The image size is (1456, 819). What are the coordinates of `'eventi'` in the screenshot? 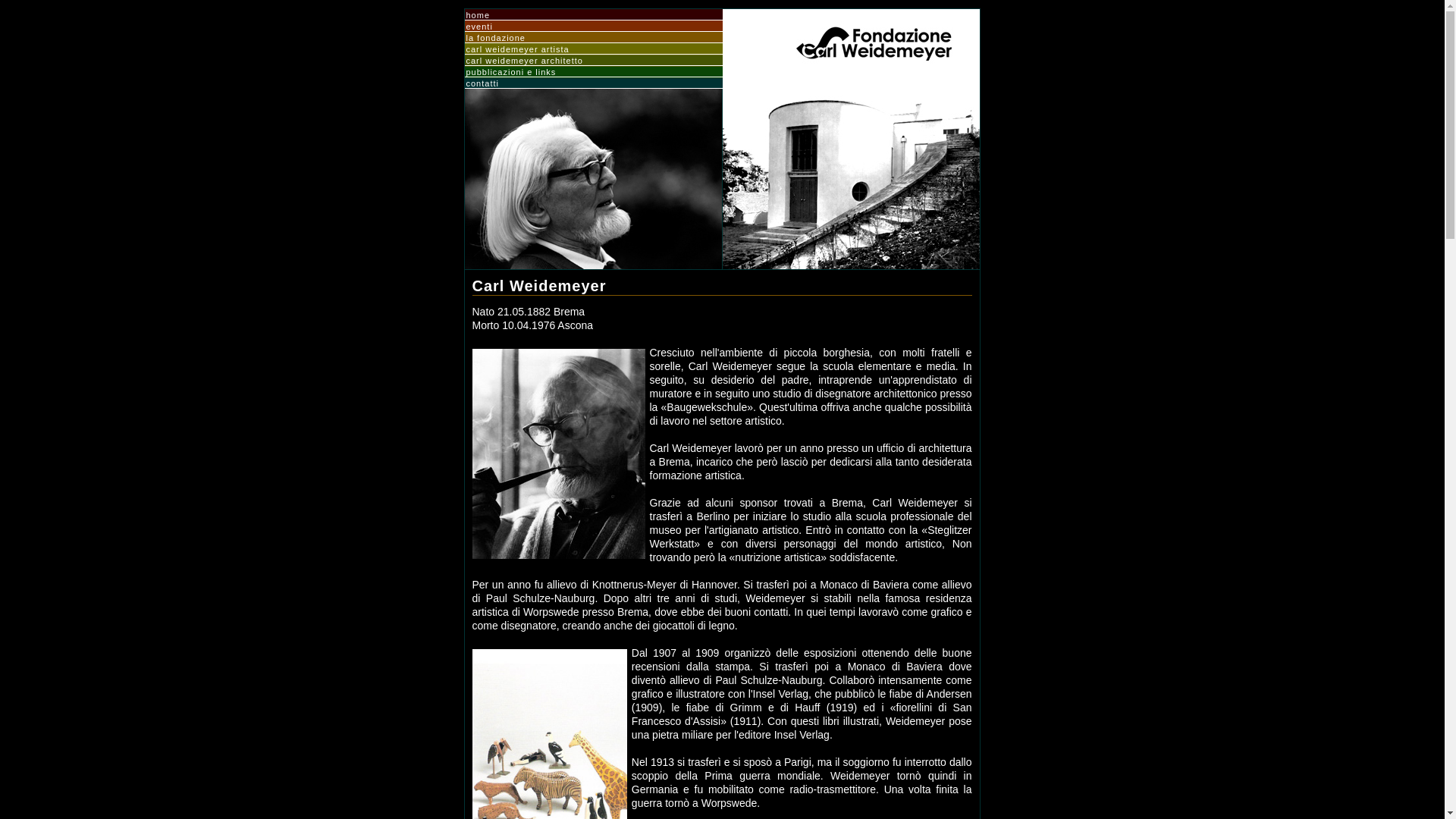 It's located at (592, 26).